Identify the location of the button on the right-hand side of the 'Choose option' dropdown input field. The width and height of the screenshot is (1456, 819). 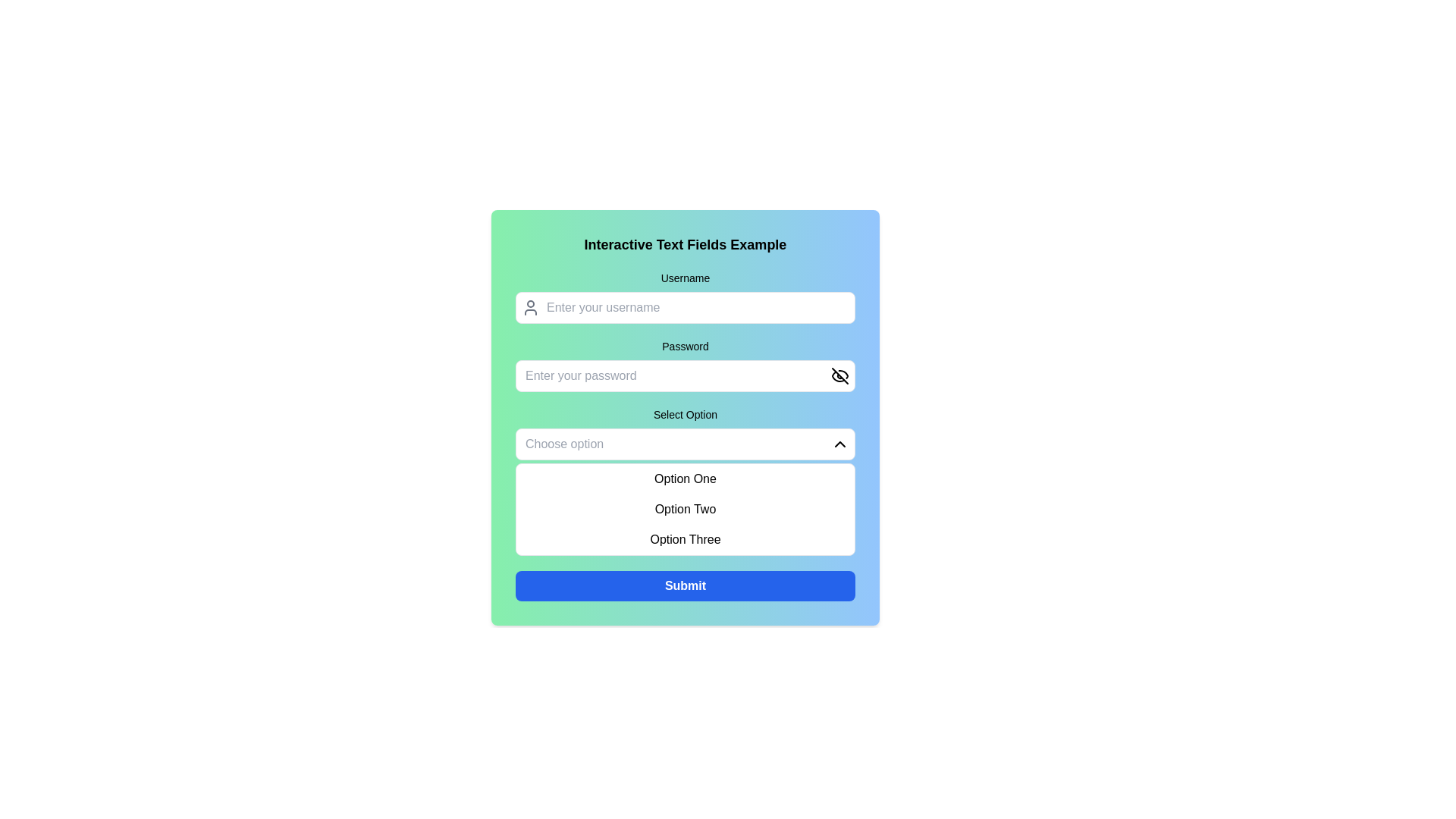
(839, 444).